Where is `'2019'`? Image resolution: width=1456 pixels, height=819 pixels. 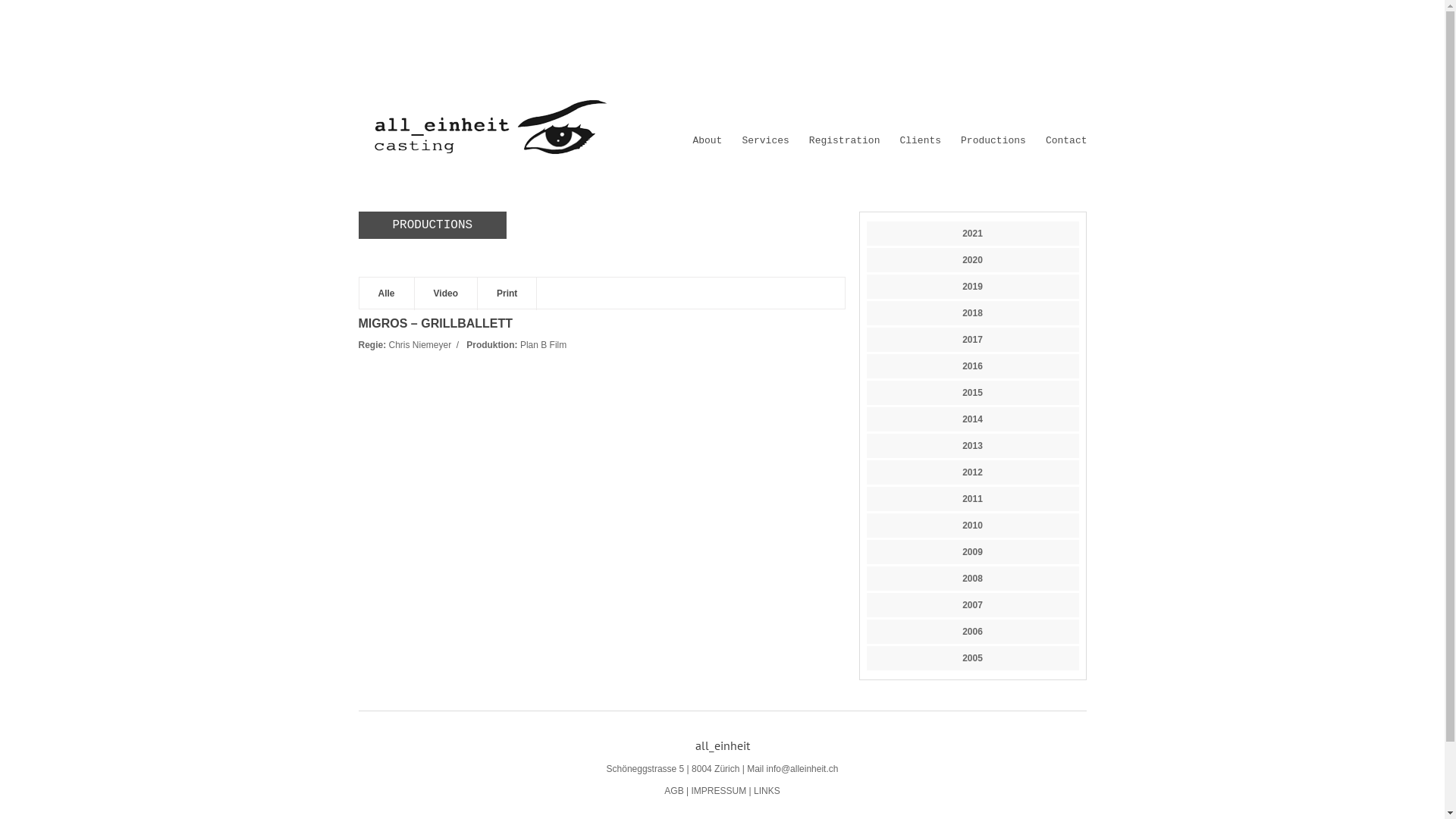 '2019' is located at coordinates (961, 287).